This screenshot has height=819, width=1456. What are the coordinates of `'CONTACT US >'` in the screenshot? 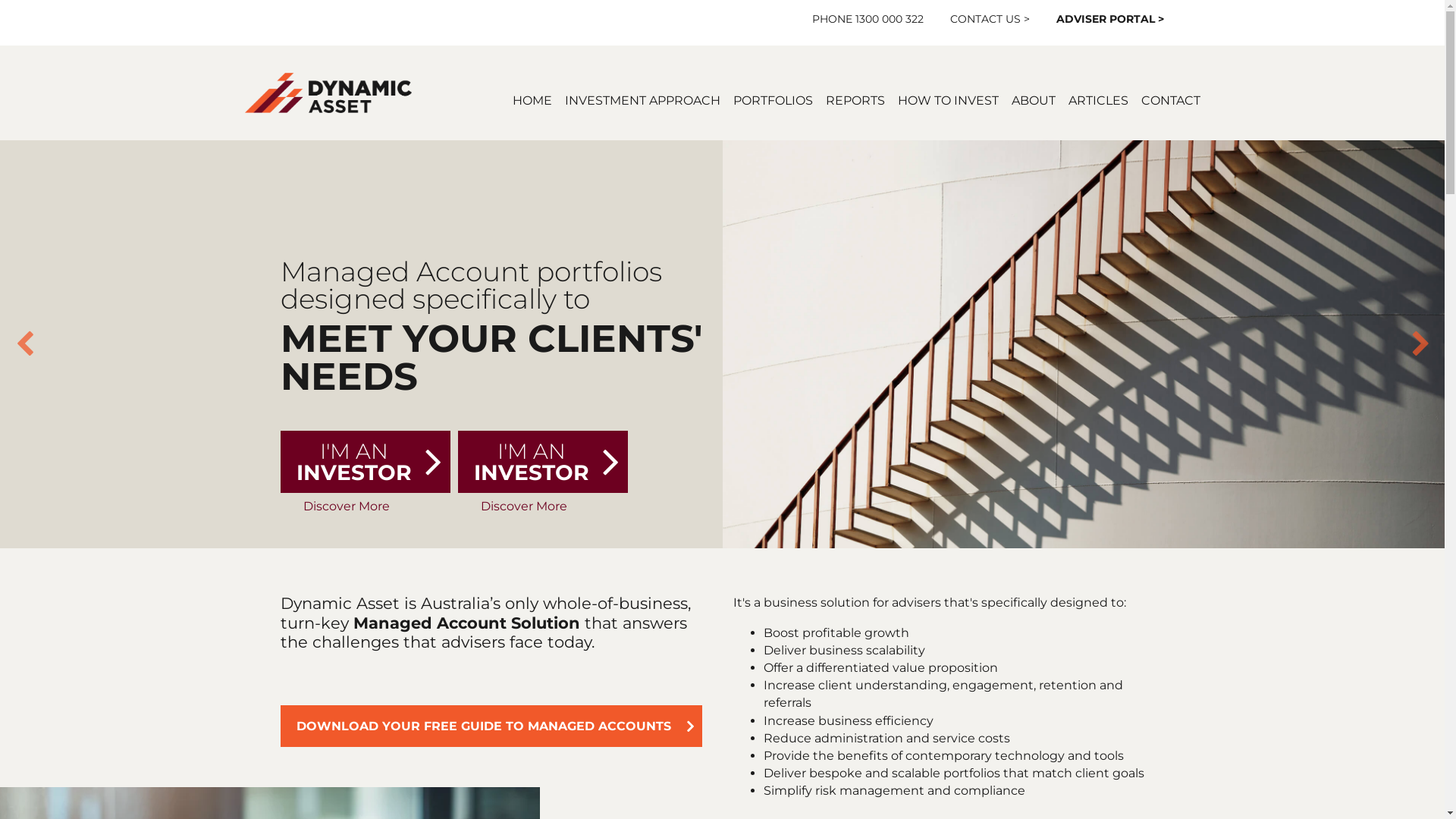 It's located at (949, 18).